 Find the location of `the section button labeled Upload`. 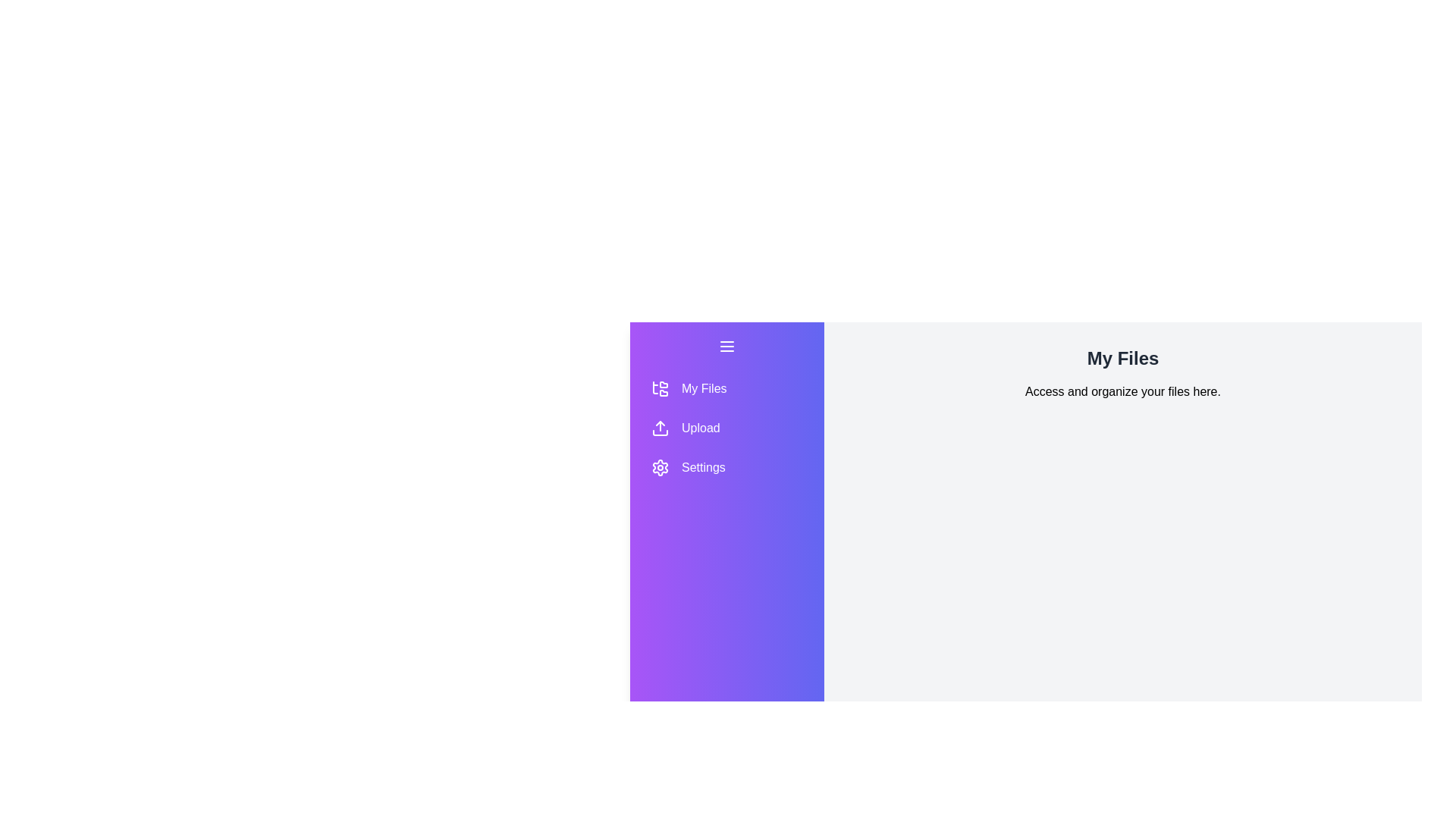

the section button labeled Upload is located at coordinates (726, 428).